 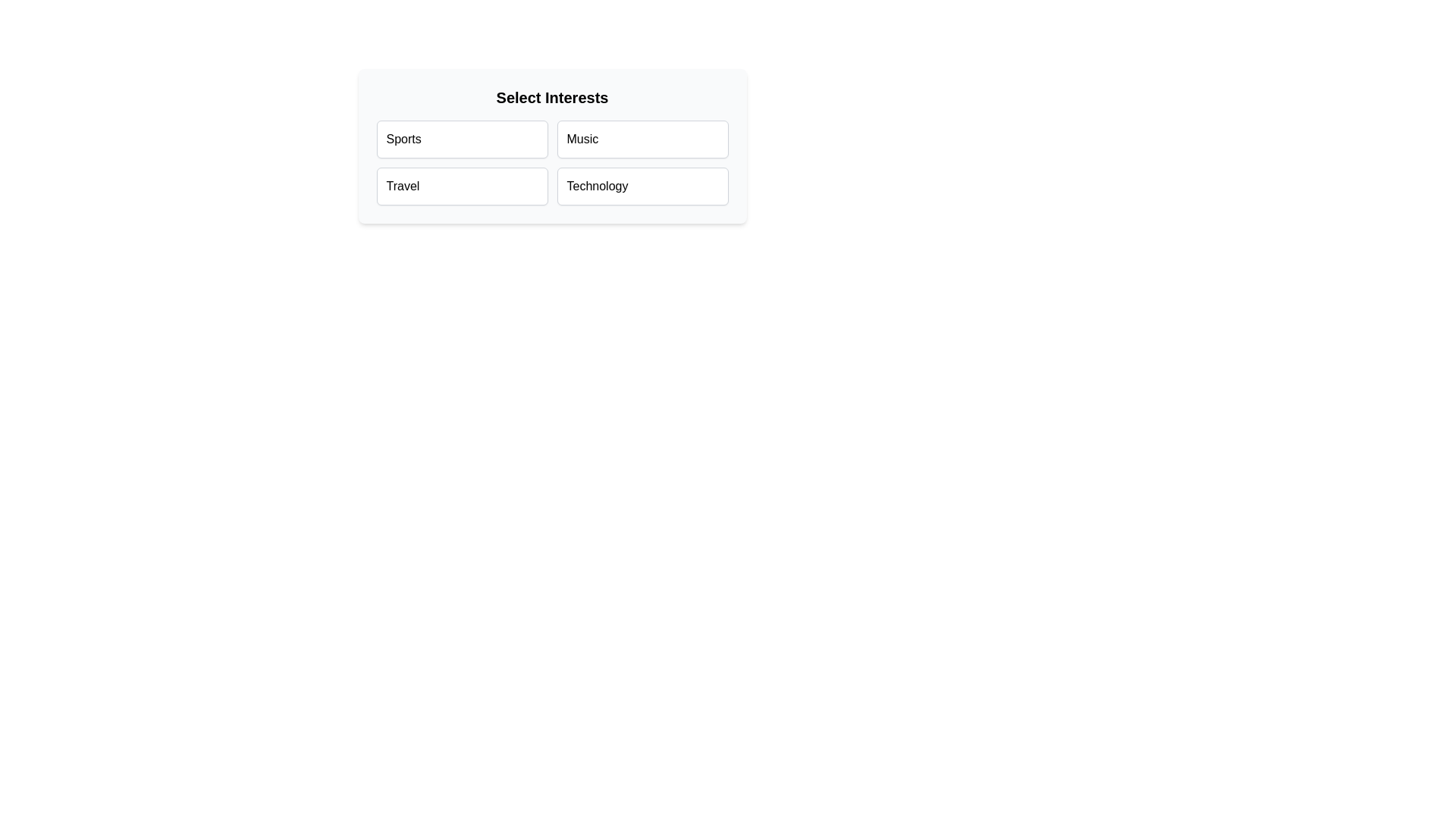 I want to click on the chip labeled Travel, so click(x=461, y=186).